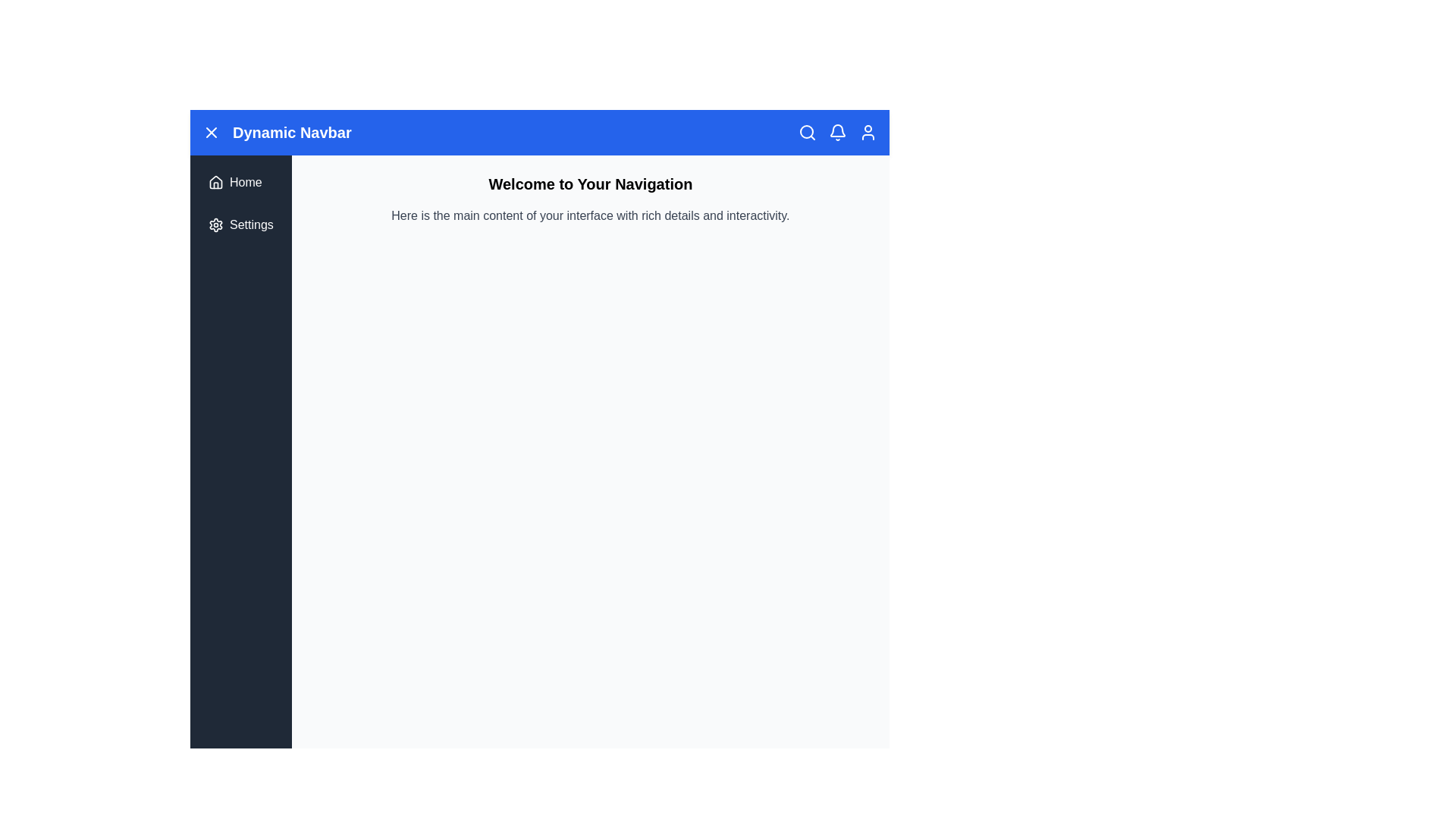 This screenshot has height=819, width=1456. What do you see at coordinates (868, 131) in the screenshot?
I see `the user profile icon, which is the fourth icon from the right in the blue navigation bar at the top-right corner` at bounding box center [868, 131].